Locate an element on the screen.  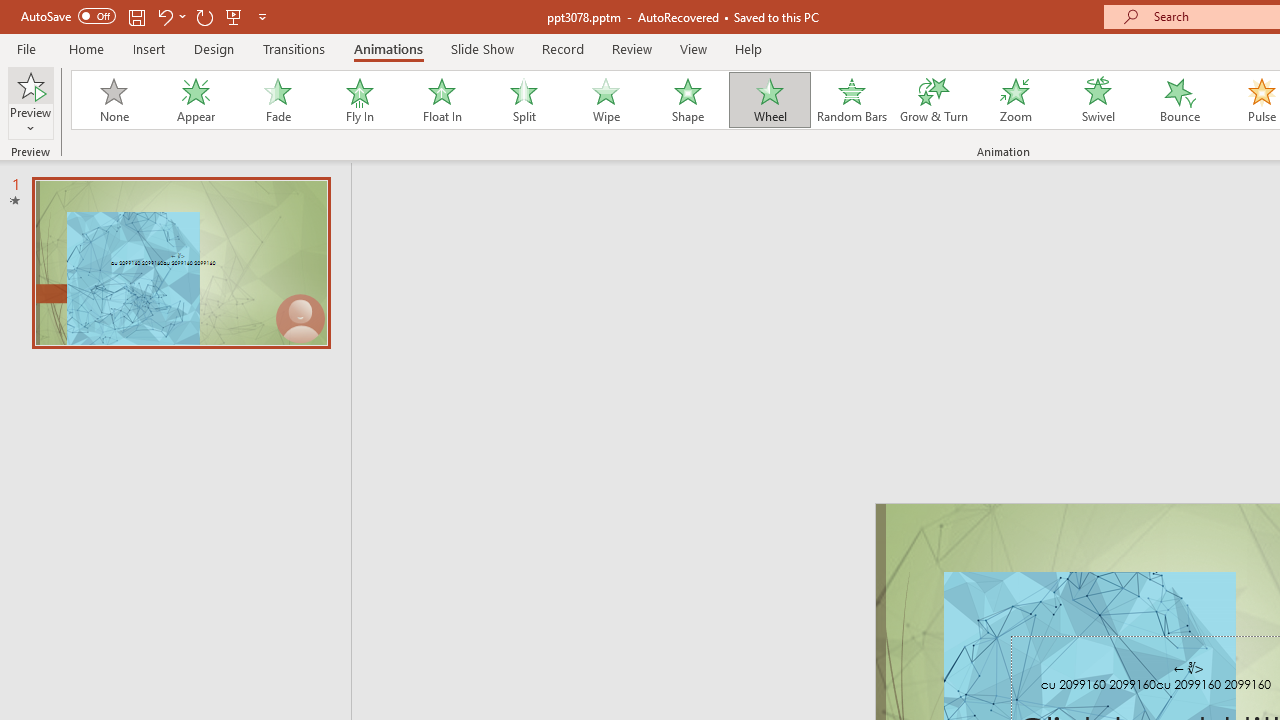
'None' is located at coordinates (112, 100).